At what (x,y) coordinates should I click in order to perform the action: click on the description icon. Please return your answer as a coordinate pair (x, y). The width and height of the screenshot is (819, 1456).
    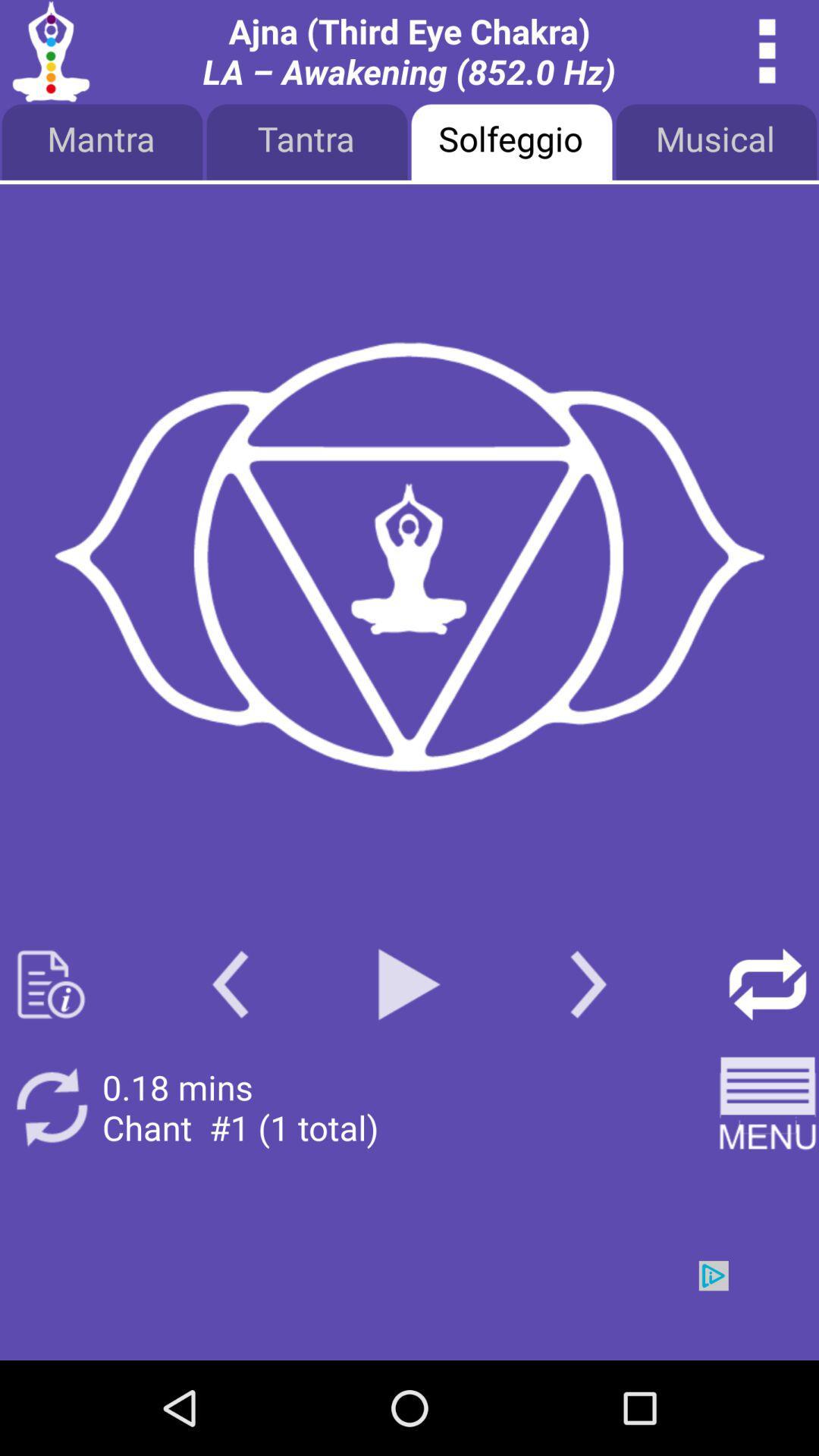
    Looking at the image, I should click on (50, 1053).